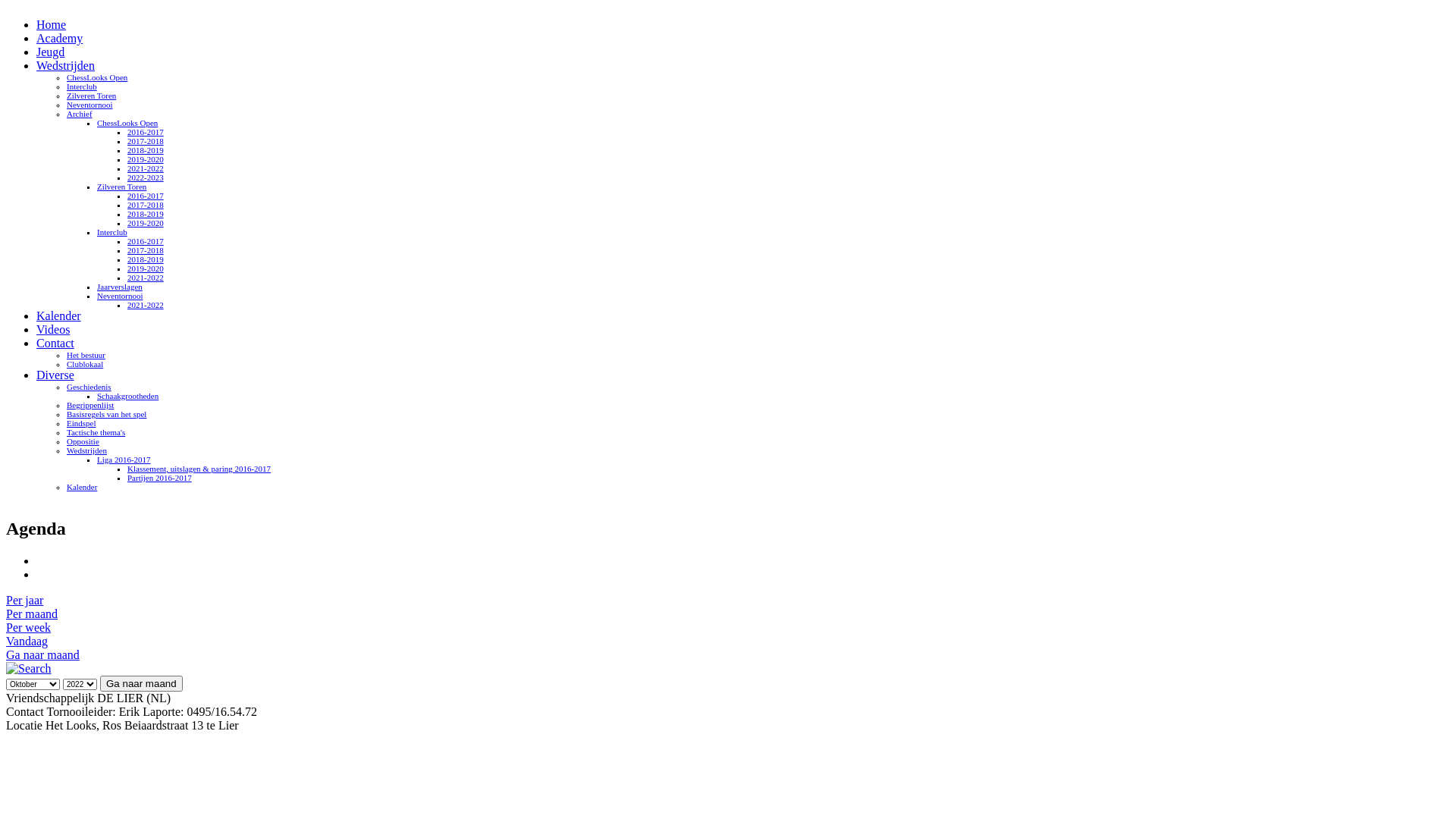  What do you see at coordinates (55, 343) in the screenshot?
I see `'Contact'` at bounding box center [55, 343].